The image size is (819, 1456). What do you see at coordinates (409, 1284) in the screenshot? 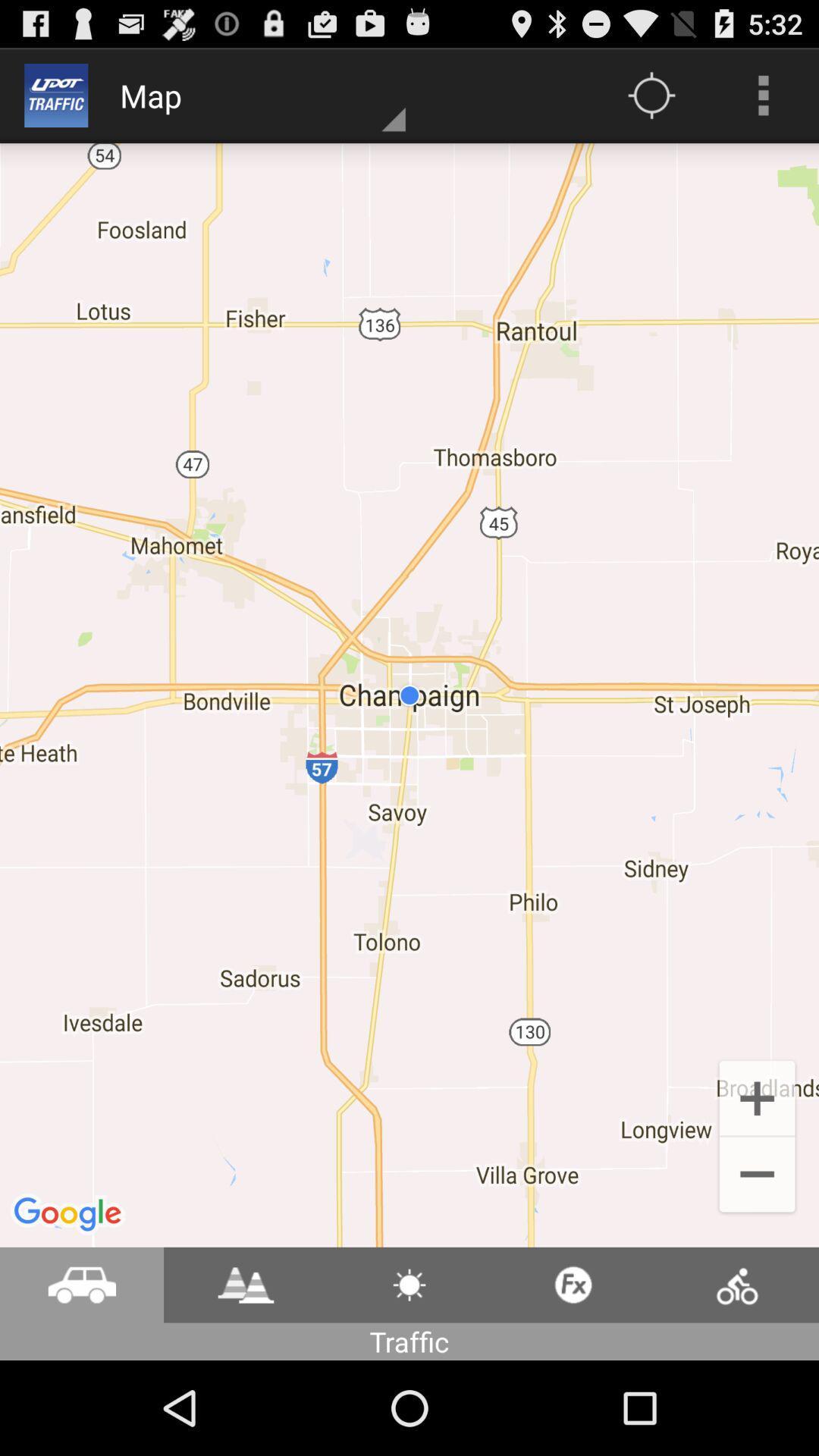
I see `button` at bounding box center [409, 1284].